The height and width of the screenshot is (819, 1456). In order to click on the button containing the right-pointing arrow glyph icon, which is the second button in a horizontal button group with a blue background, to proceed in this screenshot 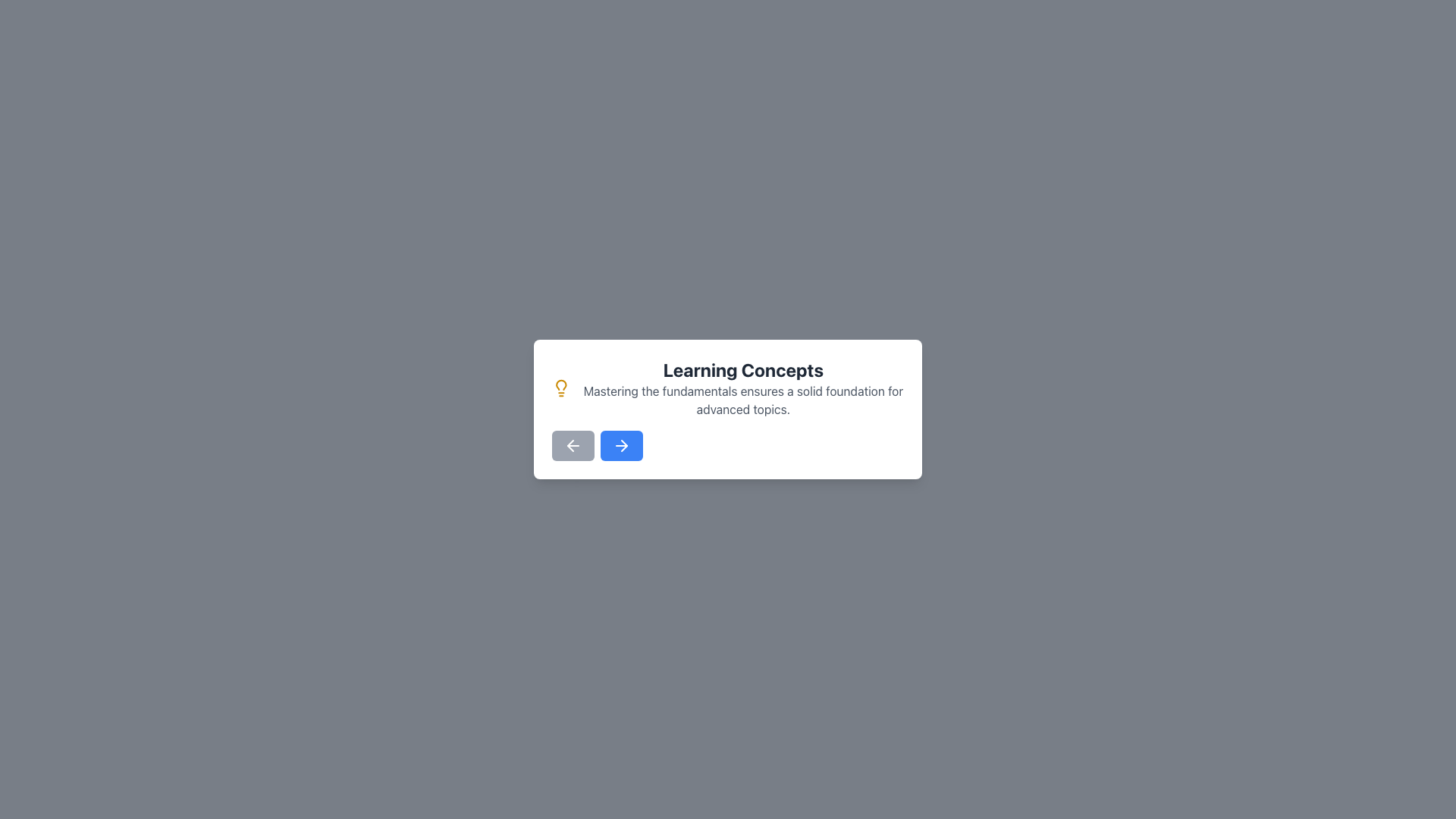, I will do `click(624, 444)`.